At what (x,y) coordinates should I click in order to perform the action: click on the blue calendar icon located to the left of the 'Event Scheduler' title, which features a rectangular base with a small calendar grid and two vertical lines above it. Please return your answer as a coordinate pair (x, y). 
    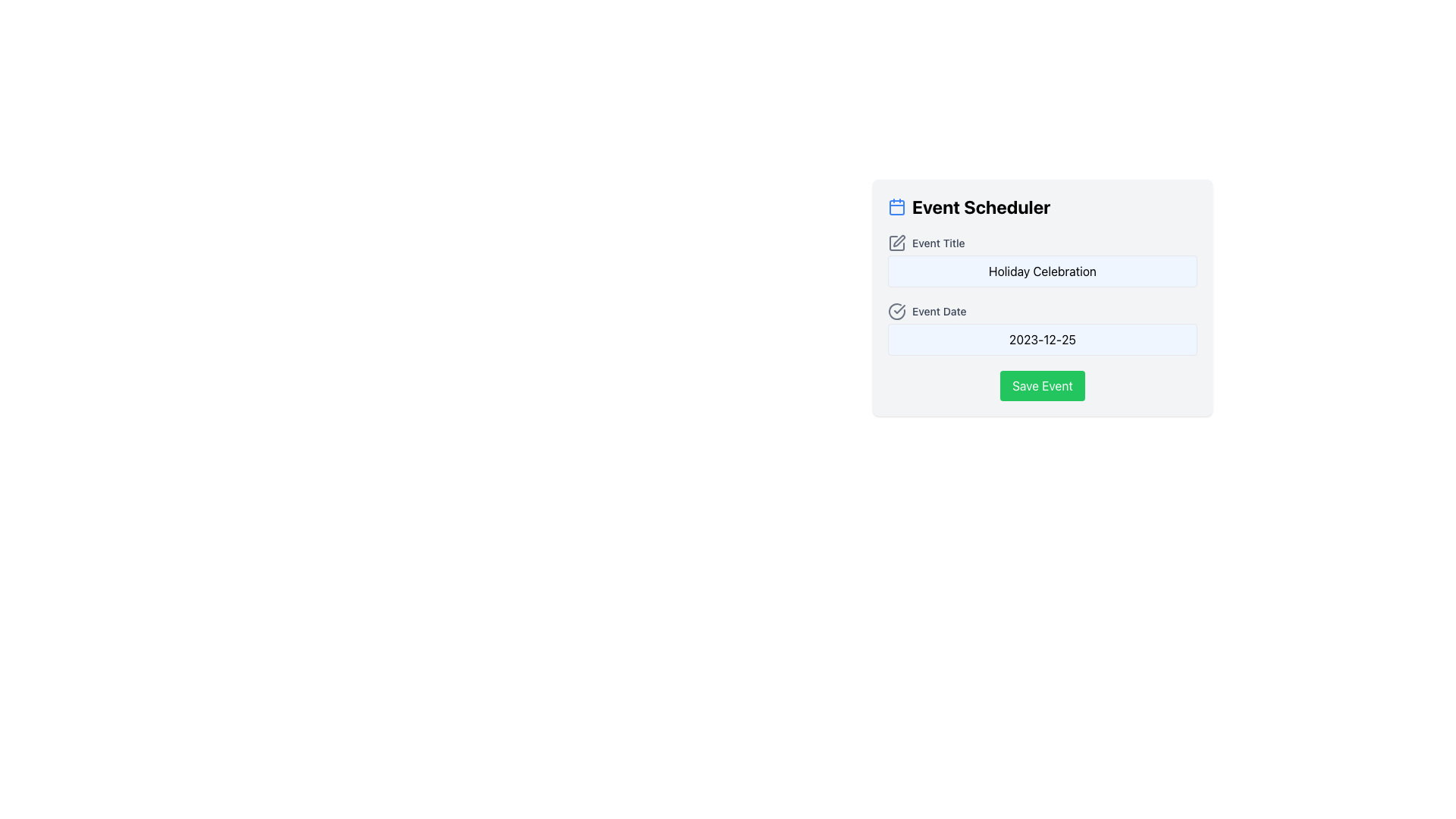
    Looking at the image, I should click on (896, 207).